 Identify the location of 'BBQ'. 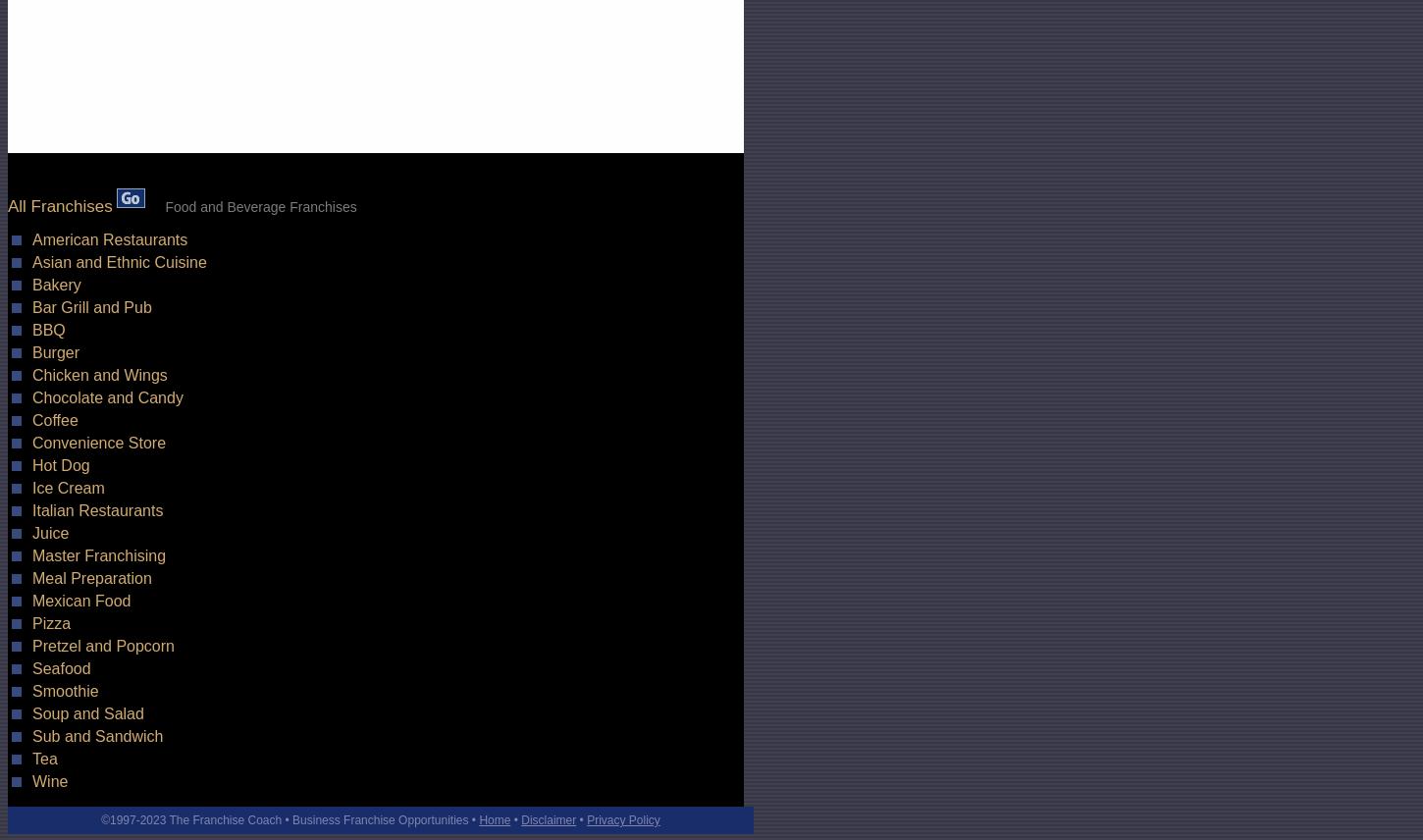
(48, 329).